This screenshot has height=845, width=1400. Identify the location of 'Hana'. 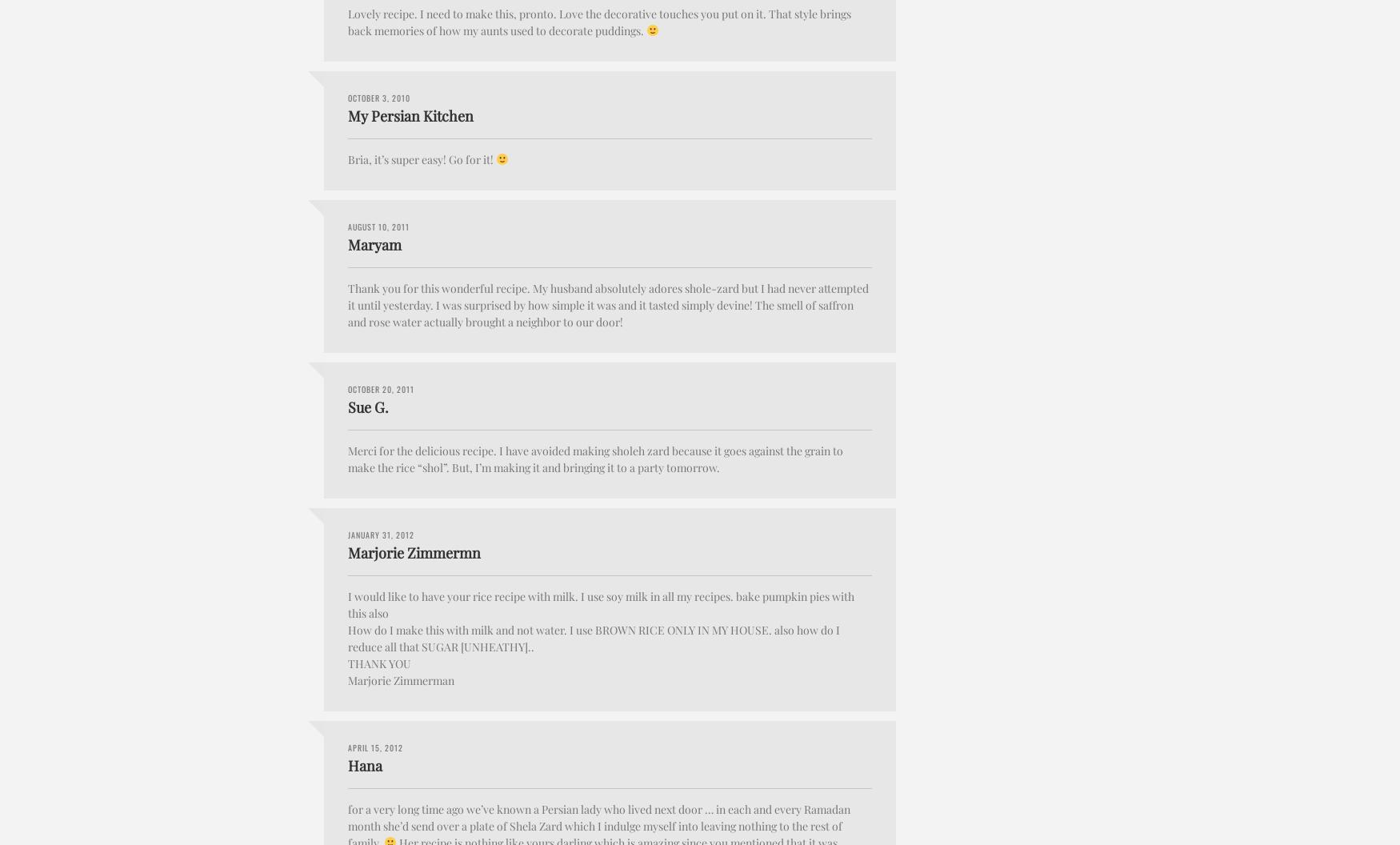
(365, 764).